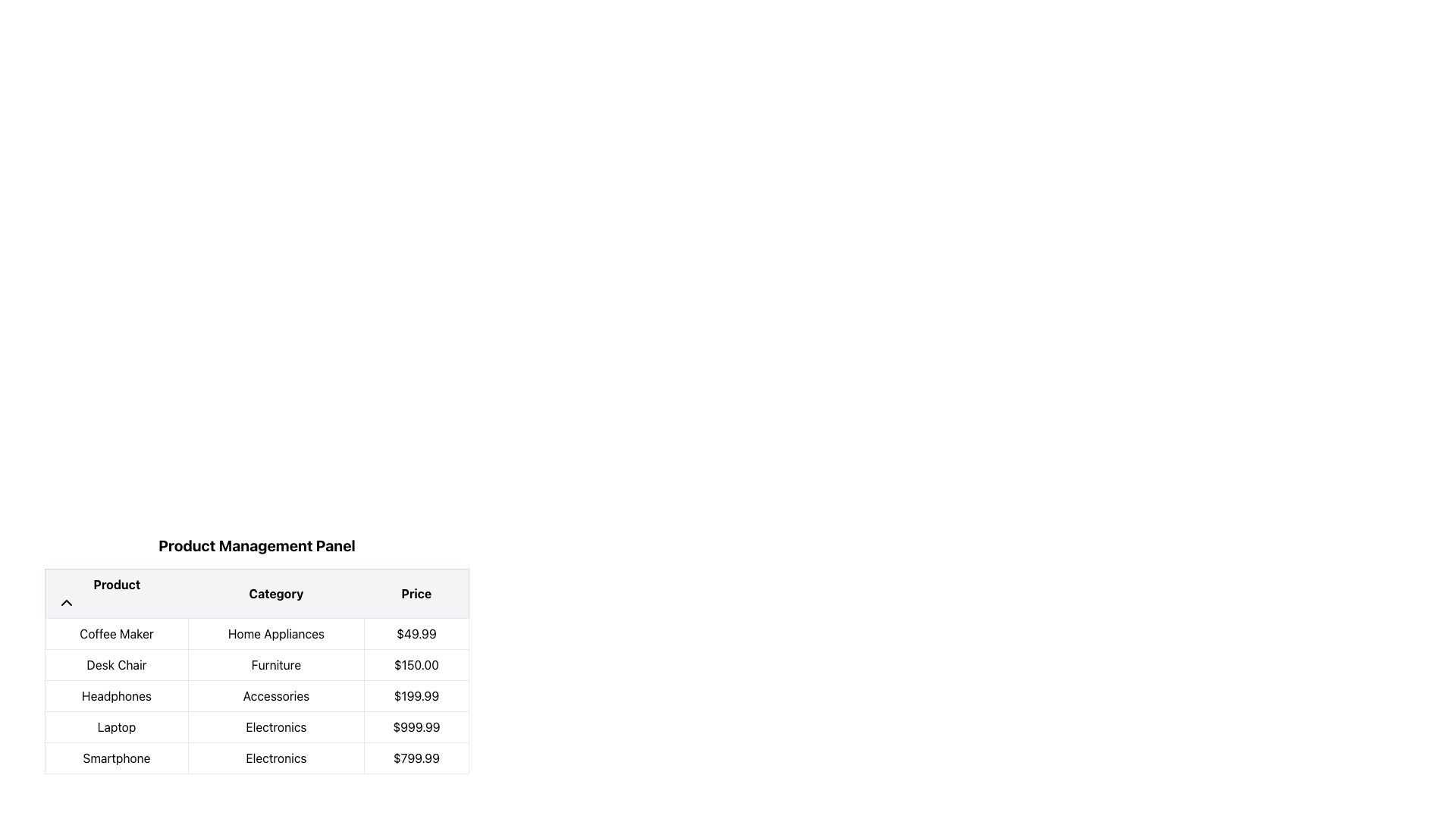 The image size is (1456, 819). I want to click on the text label displaying 'Coffee Maker' in bold black font, located in the first column of the product information table, so click(115, 634).